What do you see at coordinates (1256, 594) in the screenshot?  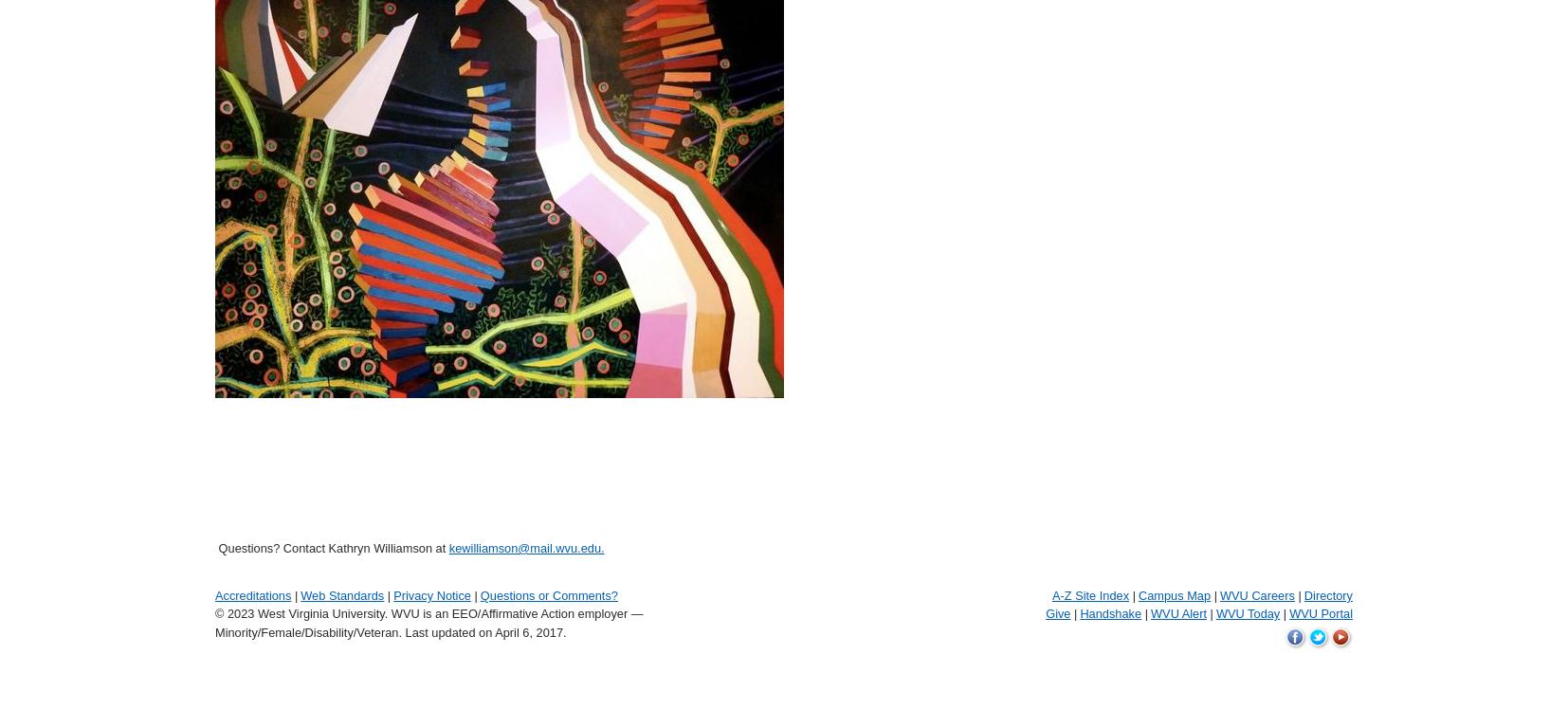 I see `'WVU Careers'` at bounding box center [1256, 594].